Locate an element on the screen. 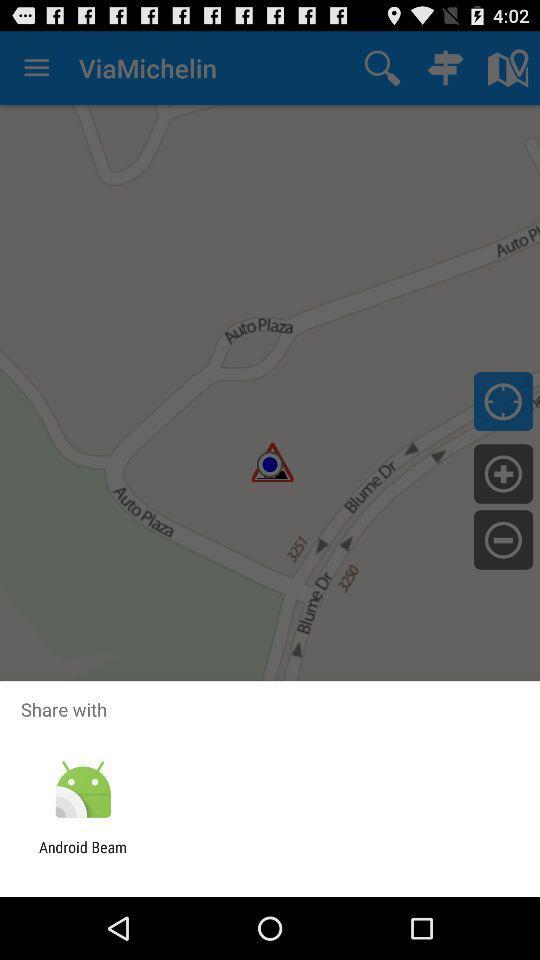  the item below the share with item is located at coordinates (82, 790).